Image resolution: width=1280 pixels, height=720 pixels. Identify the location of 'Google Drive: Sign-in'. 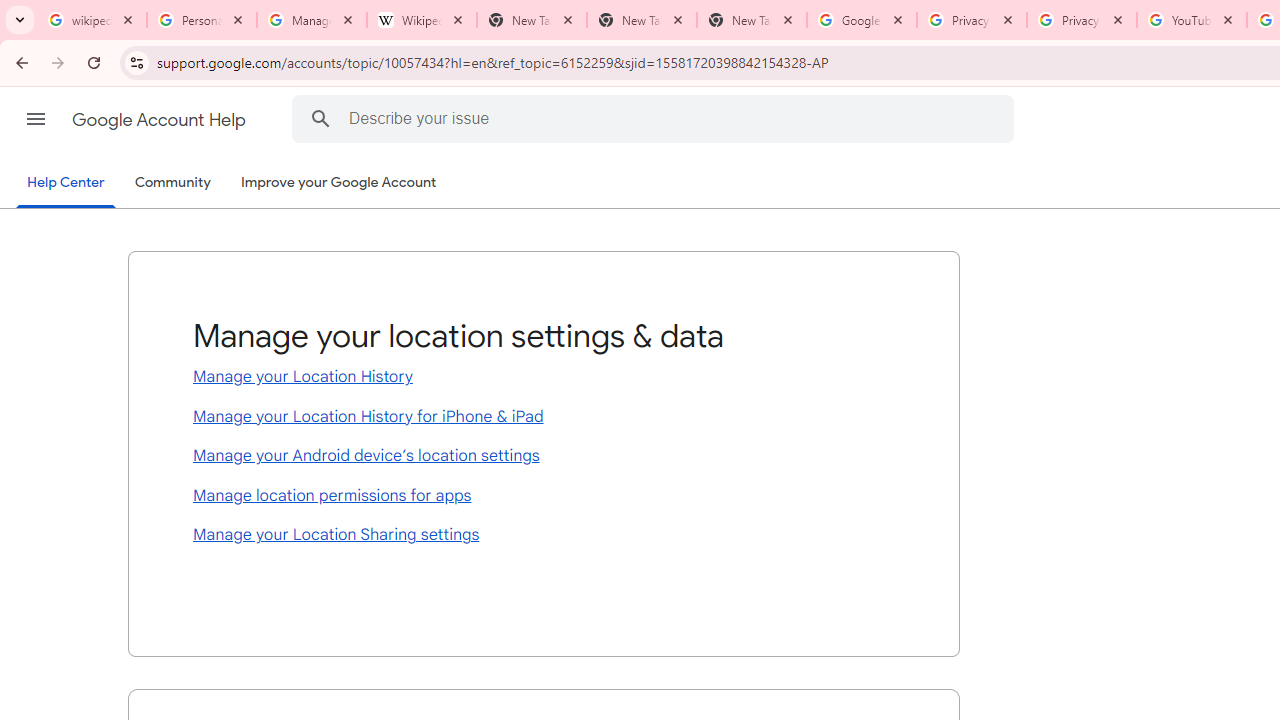
(861, 20).